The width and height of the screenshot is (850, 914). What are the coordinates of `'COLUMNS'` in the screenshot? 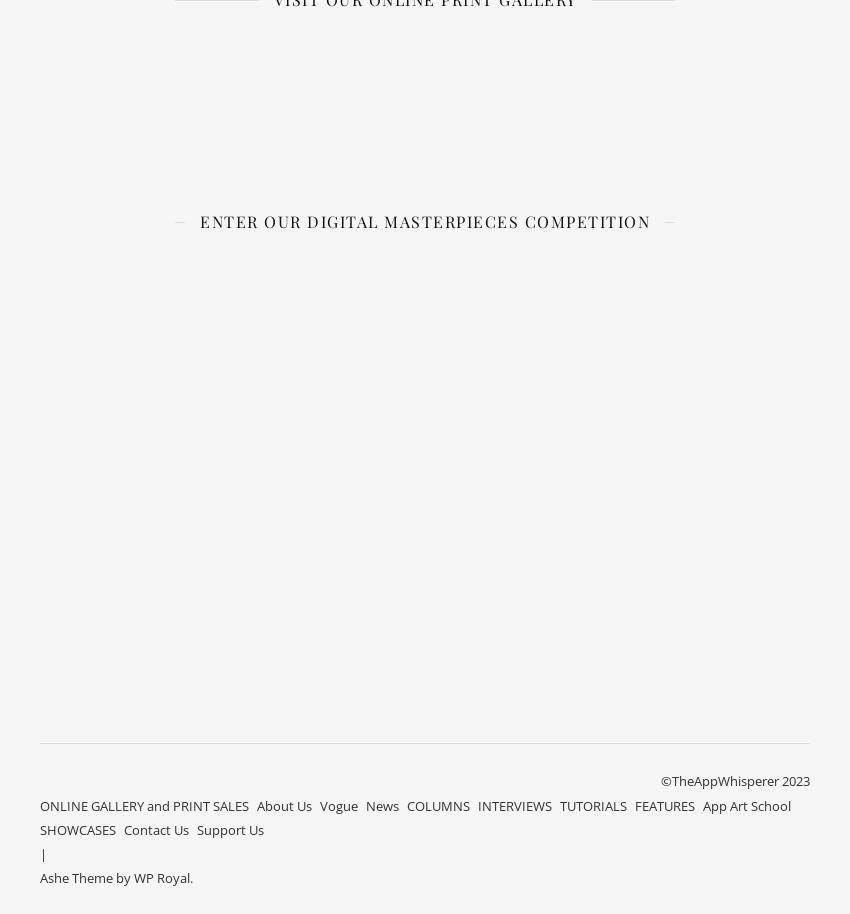 It's located at (437, 803).